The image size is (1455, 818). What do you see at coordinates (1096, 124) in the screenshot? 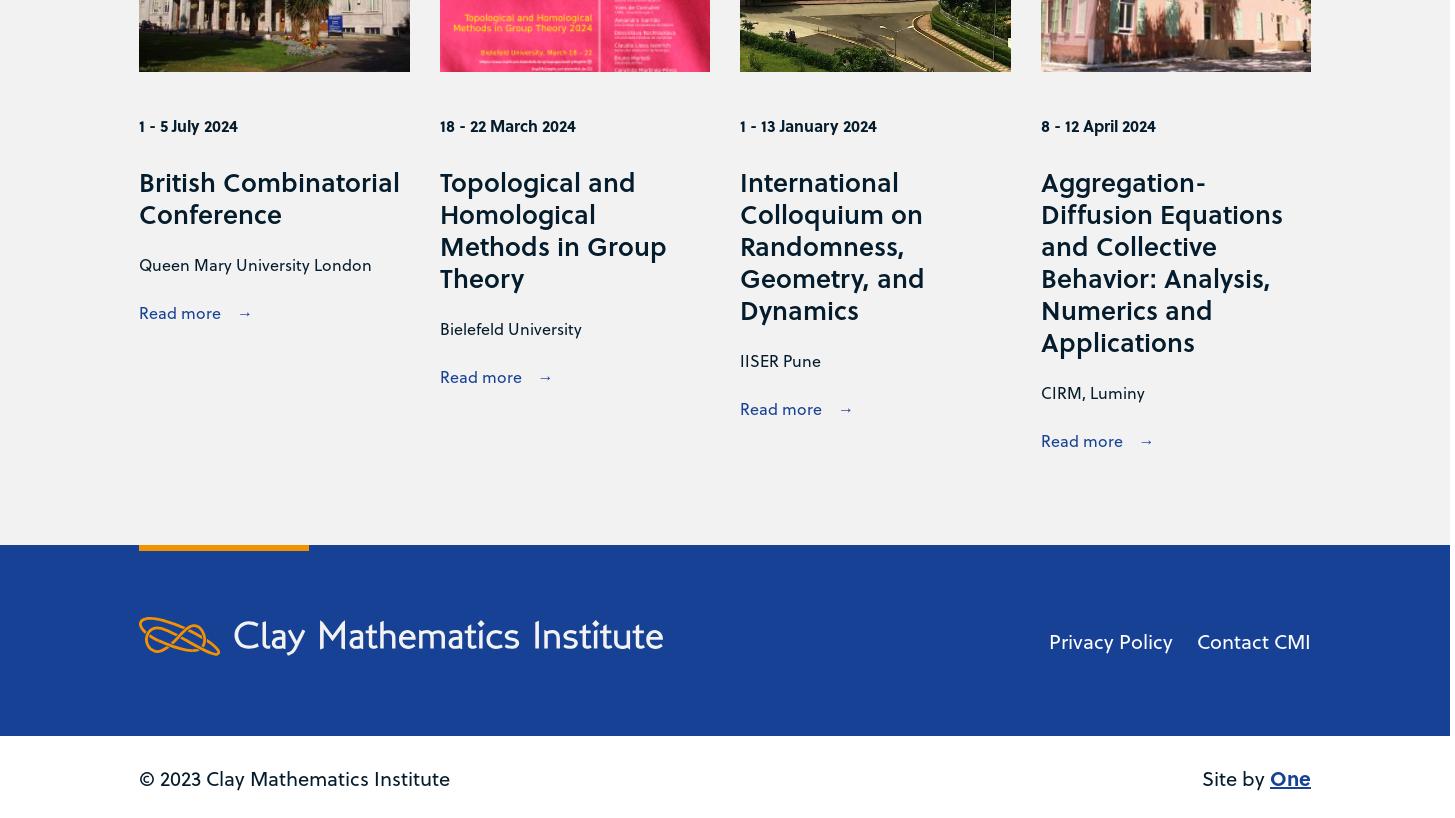
I see `'8 - 12  April 2024'` at bounding box center [1096, 124].